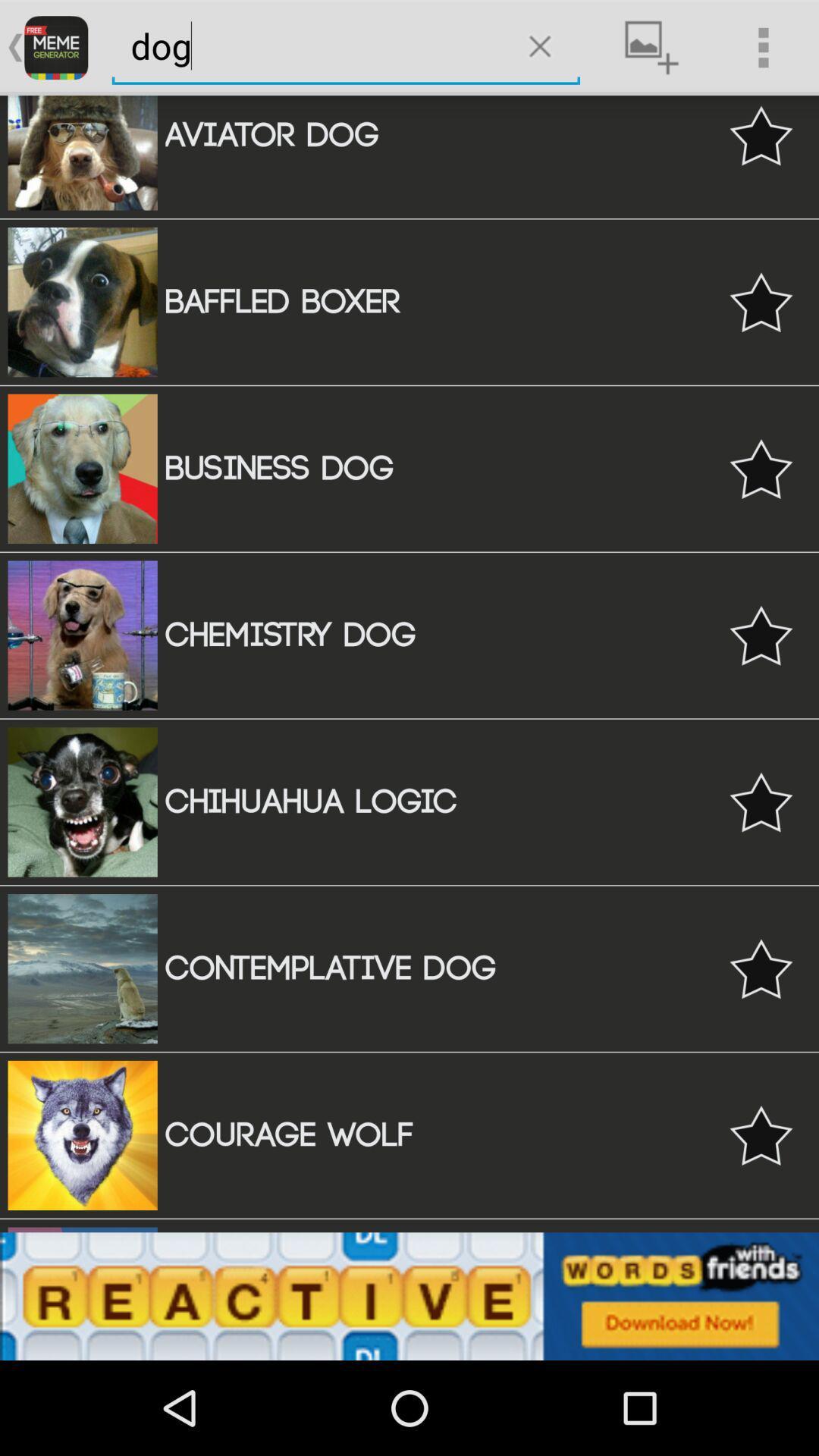 The image size is (819, 1456). Describe the element at coordinates (55, 47) in the screenshot. I see `text next to text left arrow` at that location.